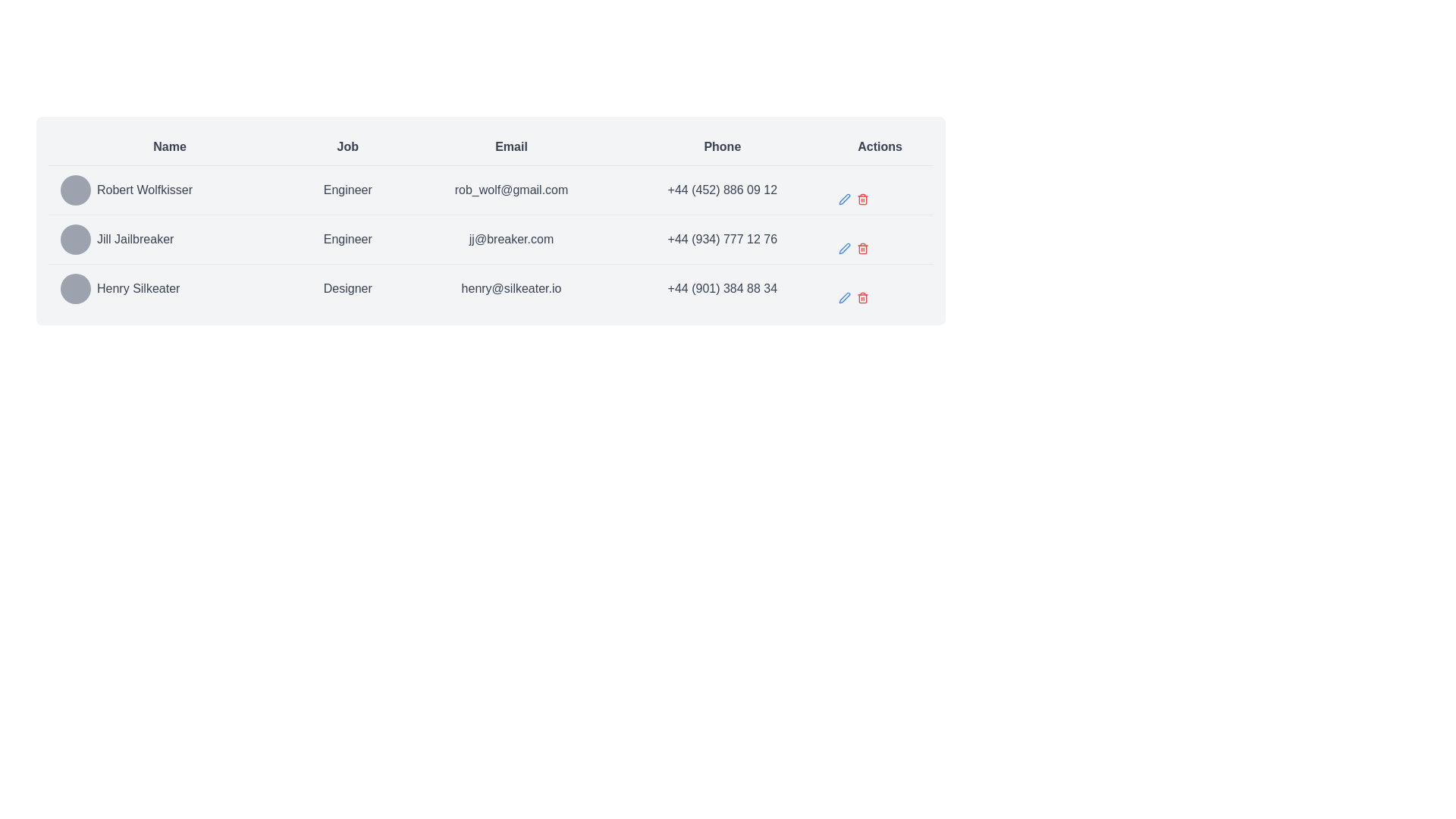  Describe the element at coordinates (721, 239) in the screenshot. I see `the text label displaying the phone number '+44 (934) 777 12 76', which is the fourth data item in the row for 'Jill Jailbreaker', located between the email address and action icons in the 'Phone' column` at that location.